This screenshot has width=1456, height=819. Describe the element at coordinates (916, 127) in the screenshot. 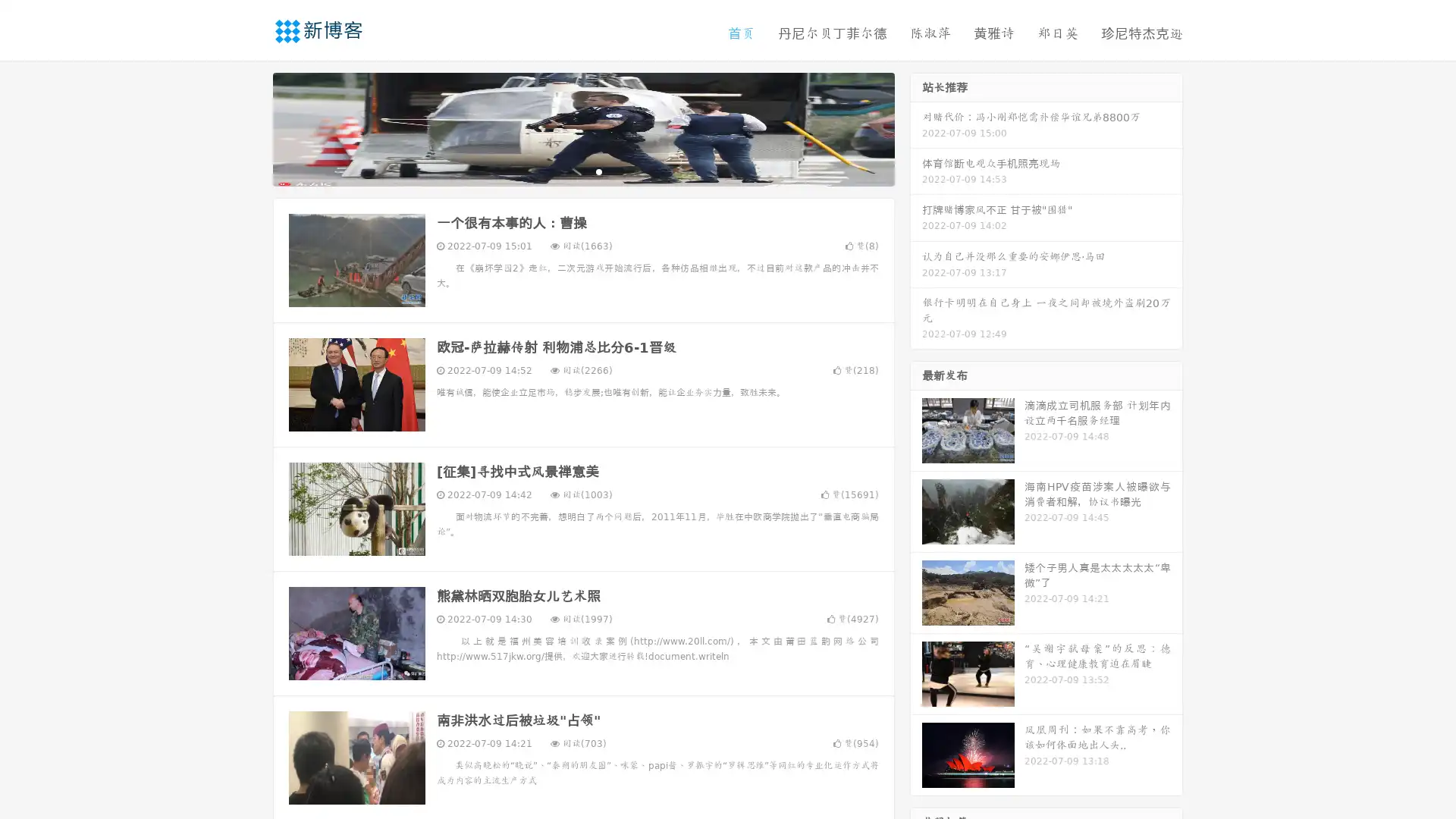

I see `Next slide` at that location.